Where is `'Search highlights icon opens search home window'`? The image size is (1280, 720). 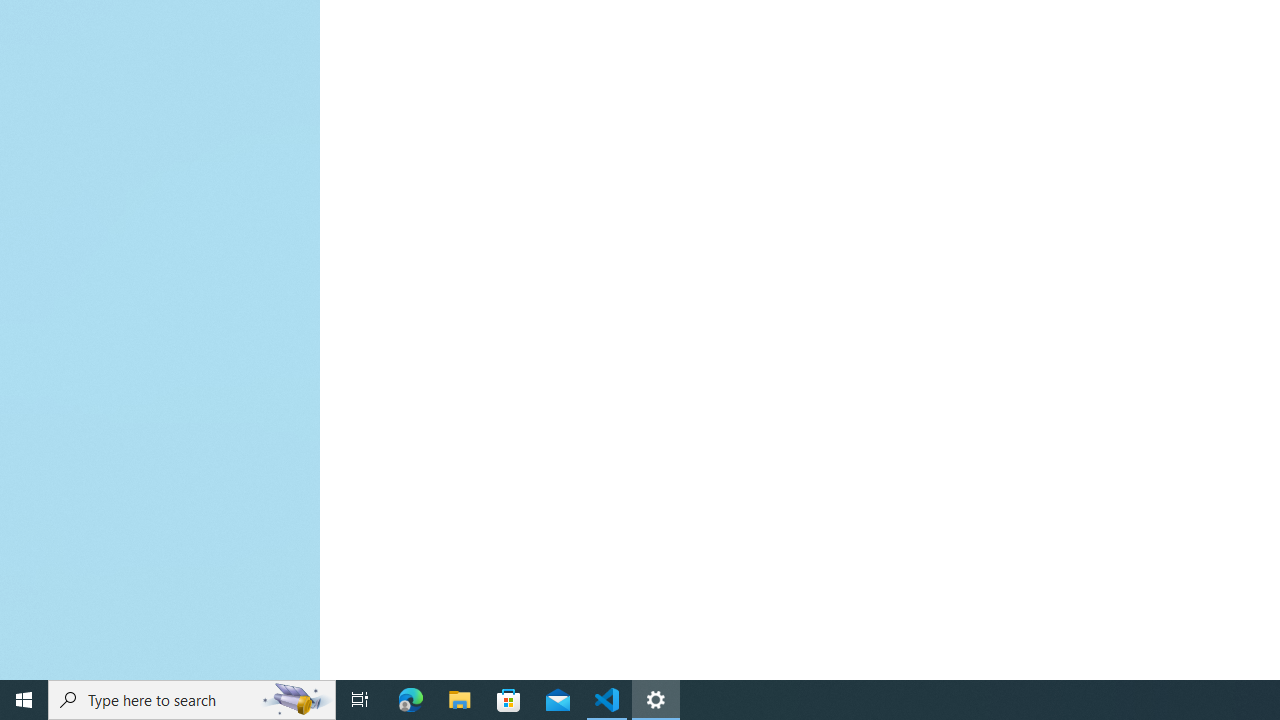
'Search highlights icon opens search home window' is located at coordinates (294, 698).